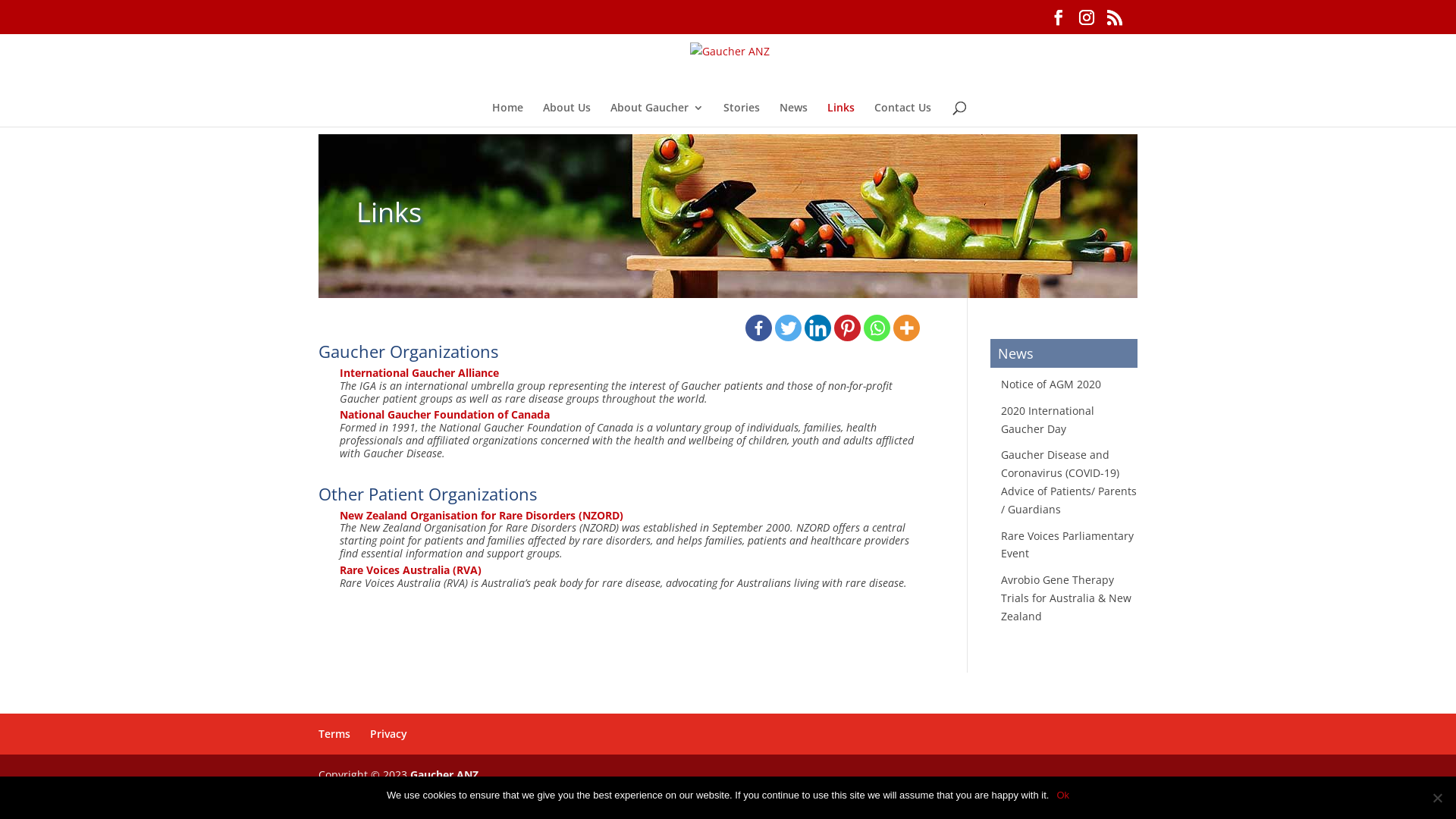  Describe the element at coordinates (817, 327) in the screenshot. I see `'Linkedin'` at that location.